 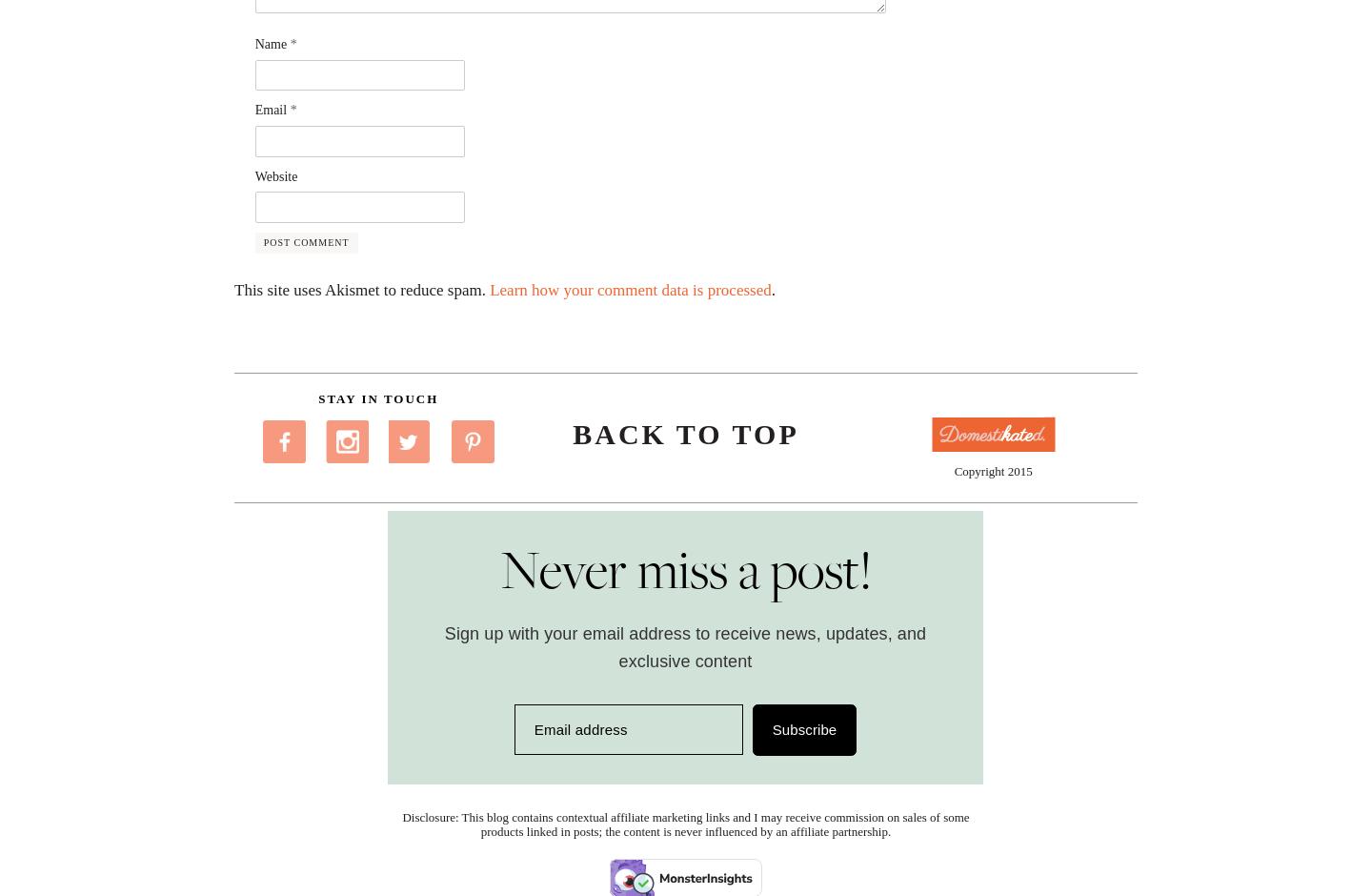 I want to click on 'Copyright 2015', so click(x=992, y=471).